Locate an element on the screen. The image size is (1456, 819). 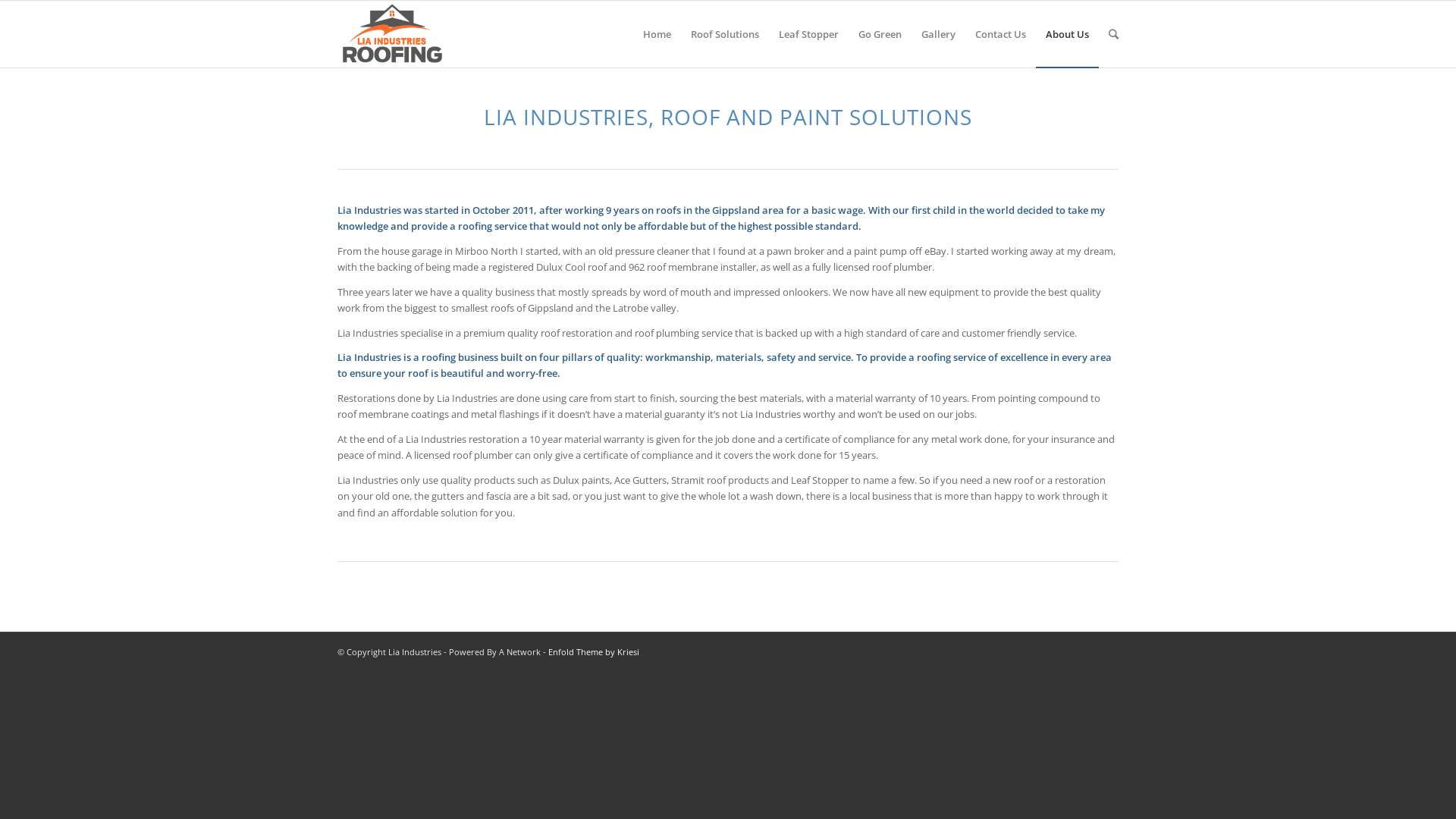
'Leaf Stopper' is located at coordinates (768, 34).